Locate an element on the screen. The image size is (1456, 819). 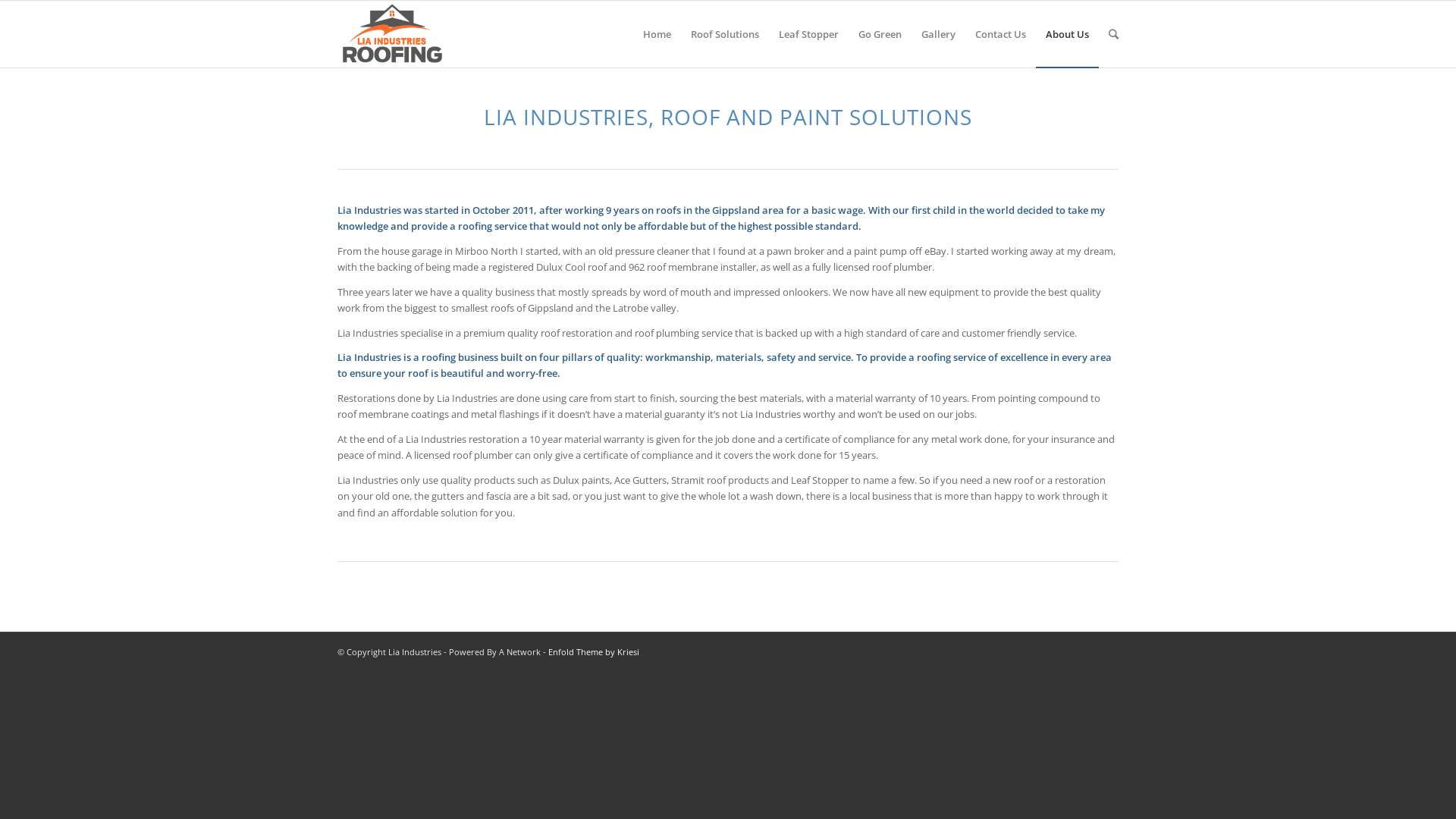
'Leaf Stopper' is located at coordinates (768, 34).